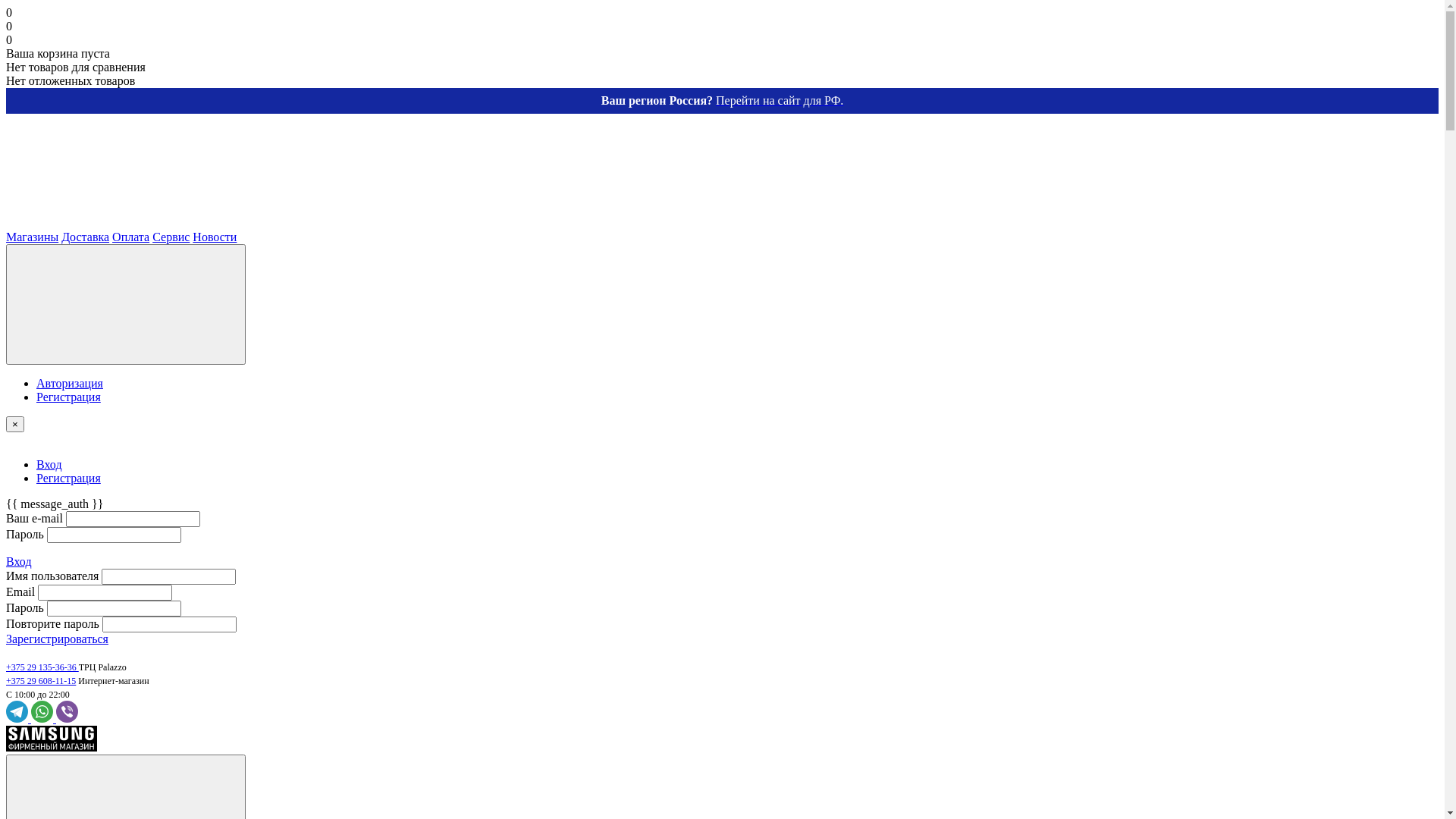  I want to click on '+375 29 135-36-36', so click(42, 666).